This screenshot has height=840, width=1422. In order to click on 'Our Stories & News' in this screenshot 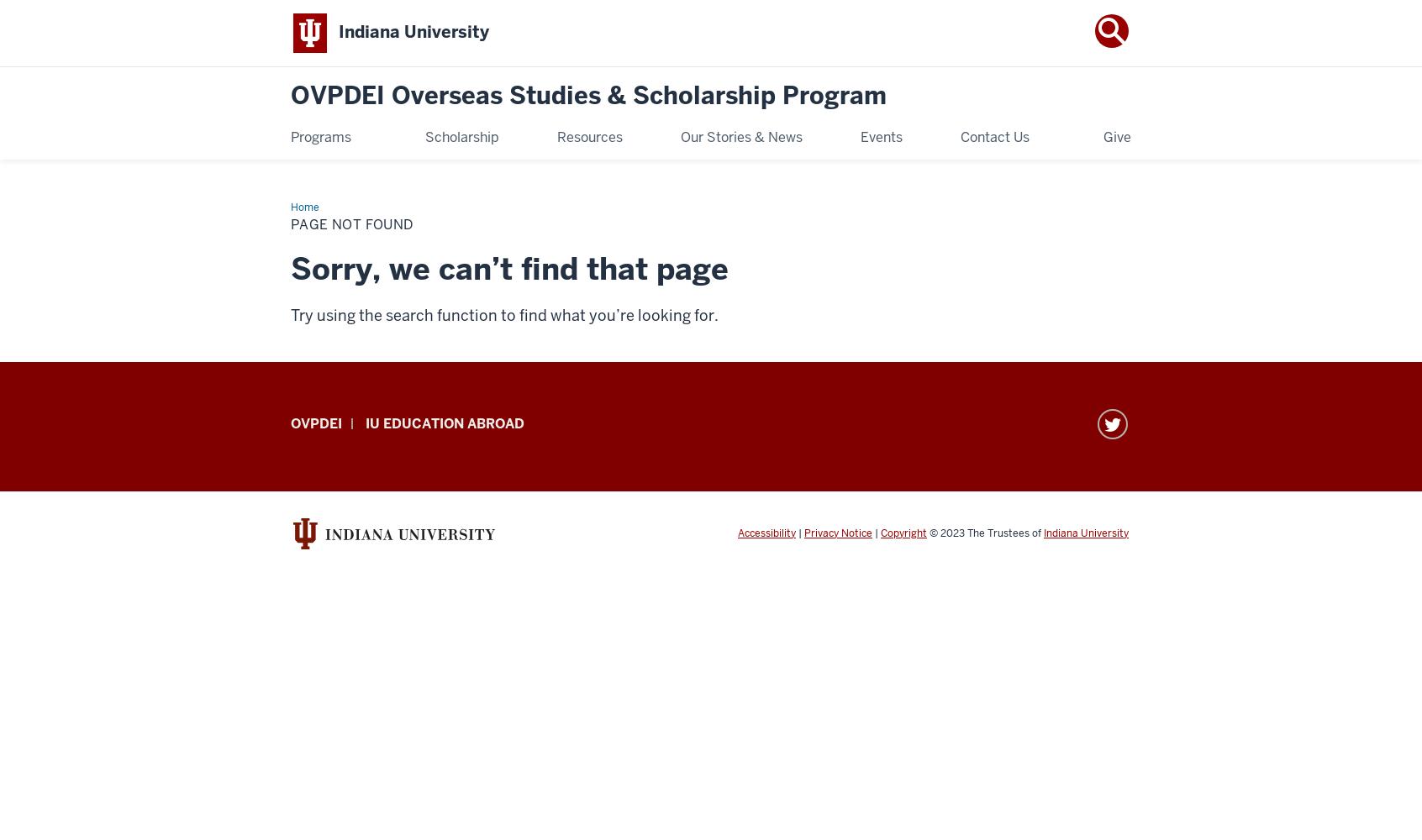, I will do `click(740, 137)`.